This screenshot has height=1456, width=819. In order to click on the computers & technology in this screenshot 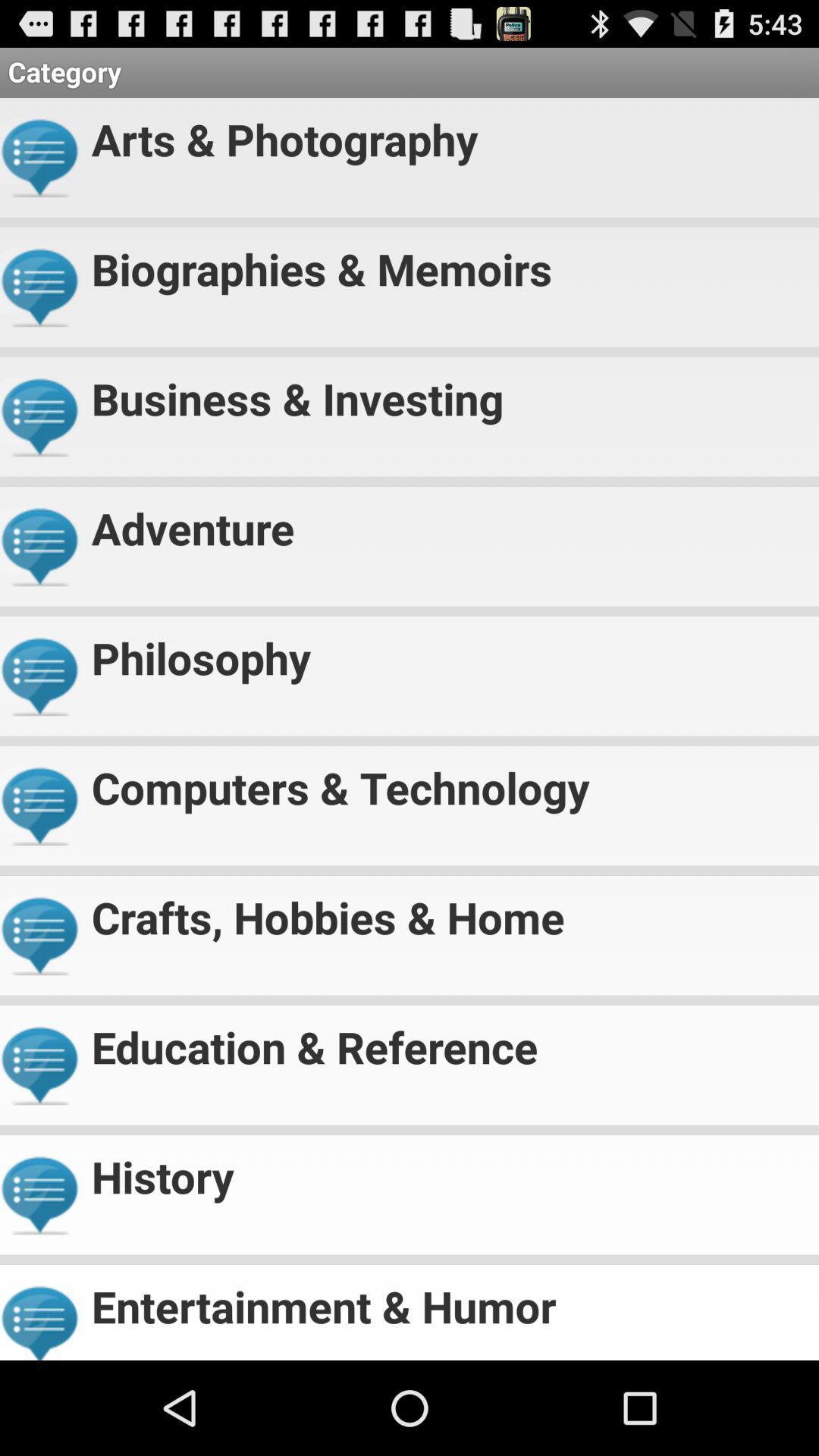, I will do `click(448, 781)`.